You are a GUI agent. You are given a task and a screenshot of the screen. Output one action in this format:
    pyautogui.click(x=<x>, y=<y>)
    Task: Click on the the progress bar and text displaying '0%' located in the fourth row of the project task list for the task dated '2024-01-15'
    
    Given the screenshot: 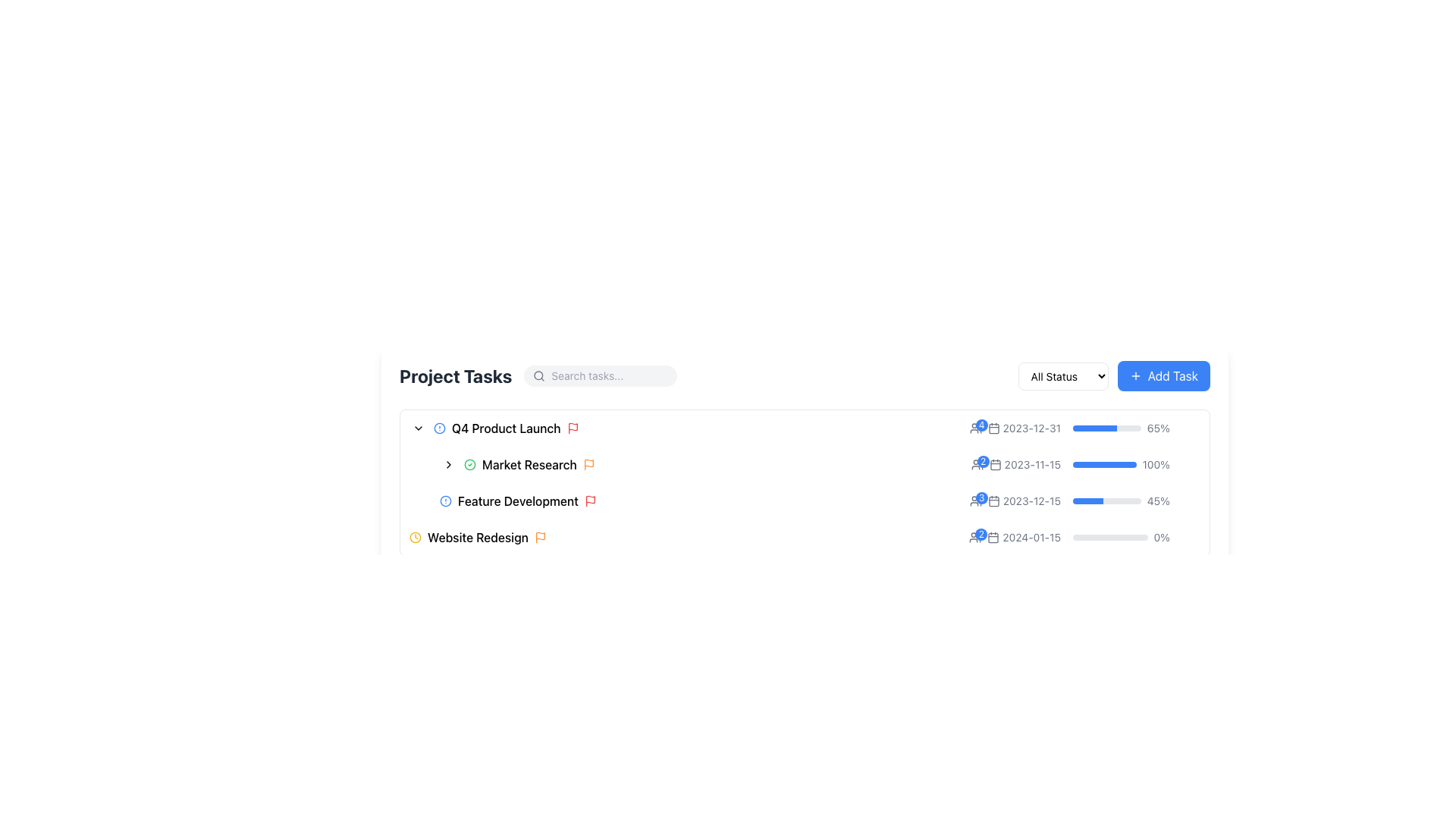 What is the action you would take?
    pyautogui.click(x=1121, y=537)
    